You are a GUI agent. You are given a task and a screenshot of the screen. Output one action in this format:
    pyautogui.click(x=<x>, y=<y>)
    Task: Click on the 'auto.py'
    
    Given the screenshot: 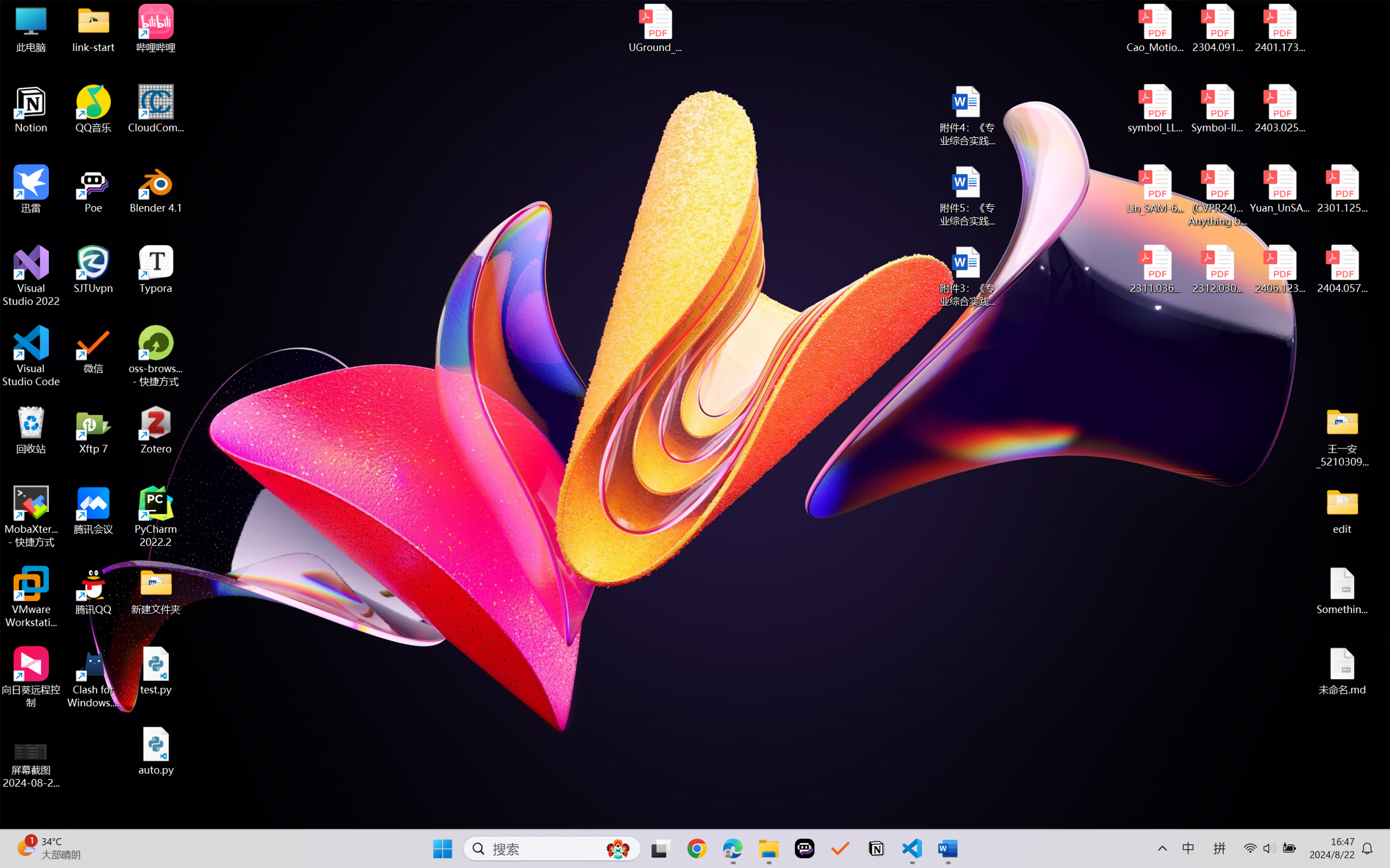 What is the action you would take?
    pyautogui.click(x=156, y=751)
    